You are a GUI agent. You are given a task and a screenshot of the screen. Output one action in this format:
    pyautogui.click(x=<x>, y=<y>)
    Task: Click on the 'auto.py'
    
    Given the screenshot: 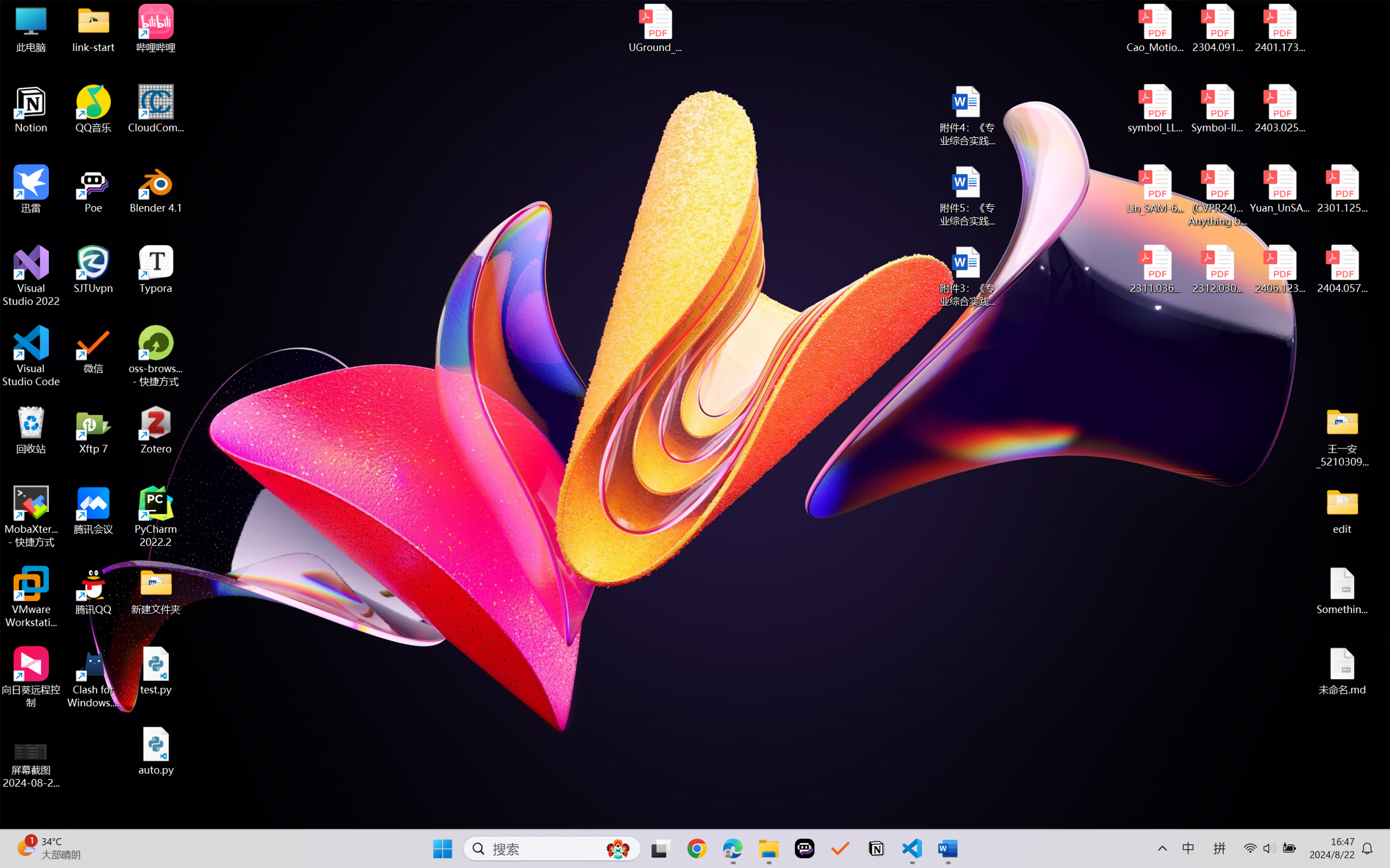 What is the action you would take?
    pyautogui.click(x=156, y=751)
    